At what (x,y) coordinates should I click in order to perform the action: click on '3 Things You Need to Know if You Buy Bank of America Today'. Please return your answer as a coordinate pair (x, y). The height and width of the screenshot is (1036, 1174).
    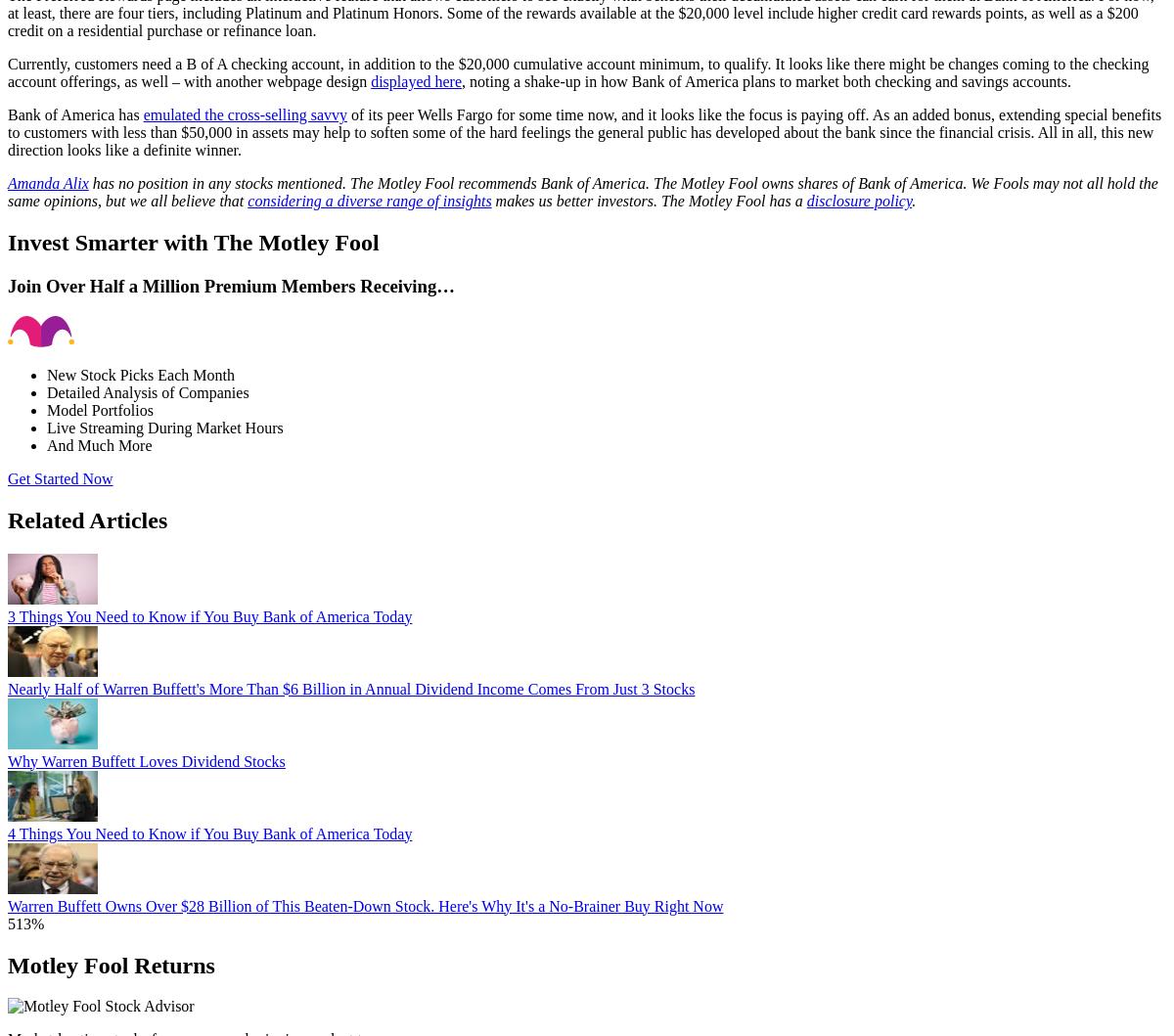
    Looking at the image, I should click on (8, 614).